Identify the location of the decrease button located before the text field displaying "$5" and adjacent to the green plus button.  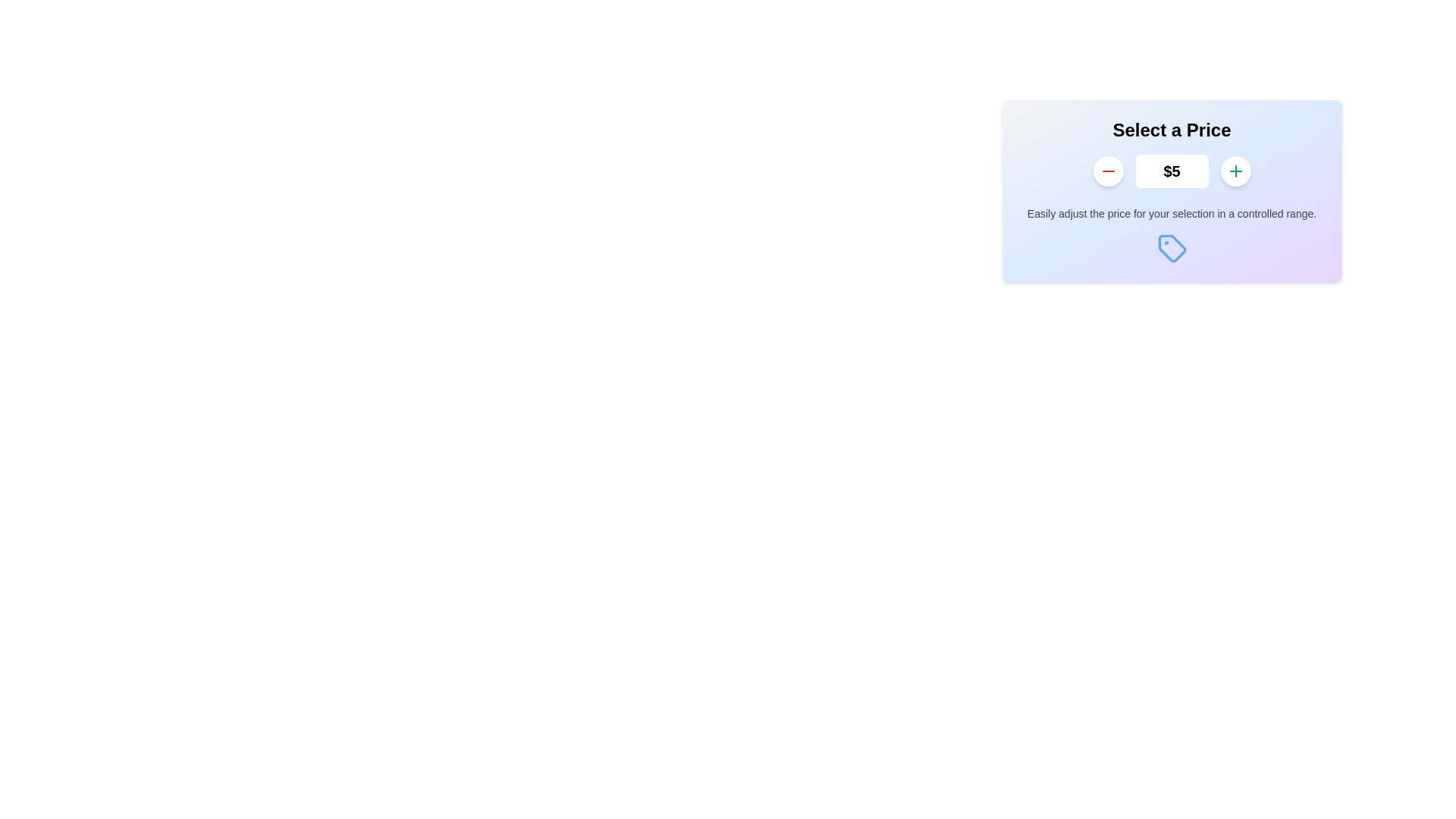
(1108, 171).